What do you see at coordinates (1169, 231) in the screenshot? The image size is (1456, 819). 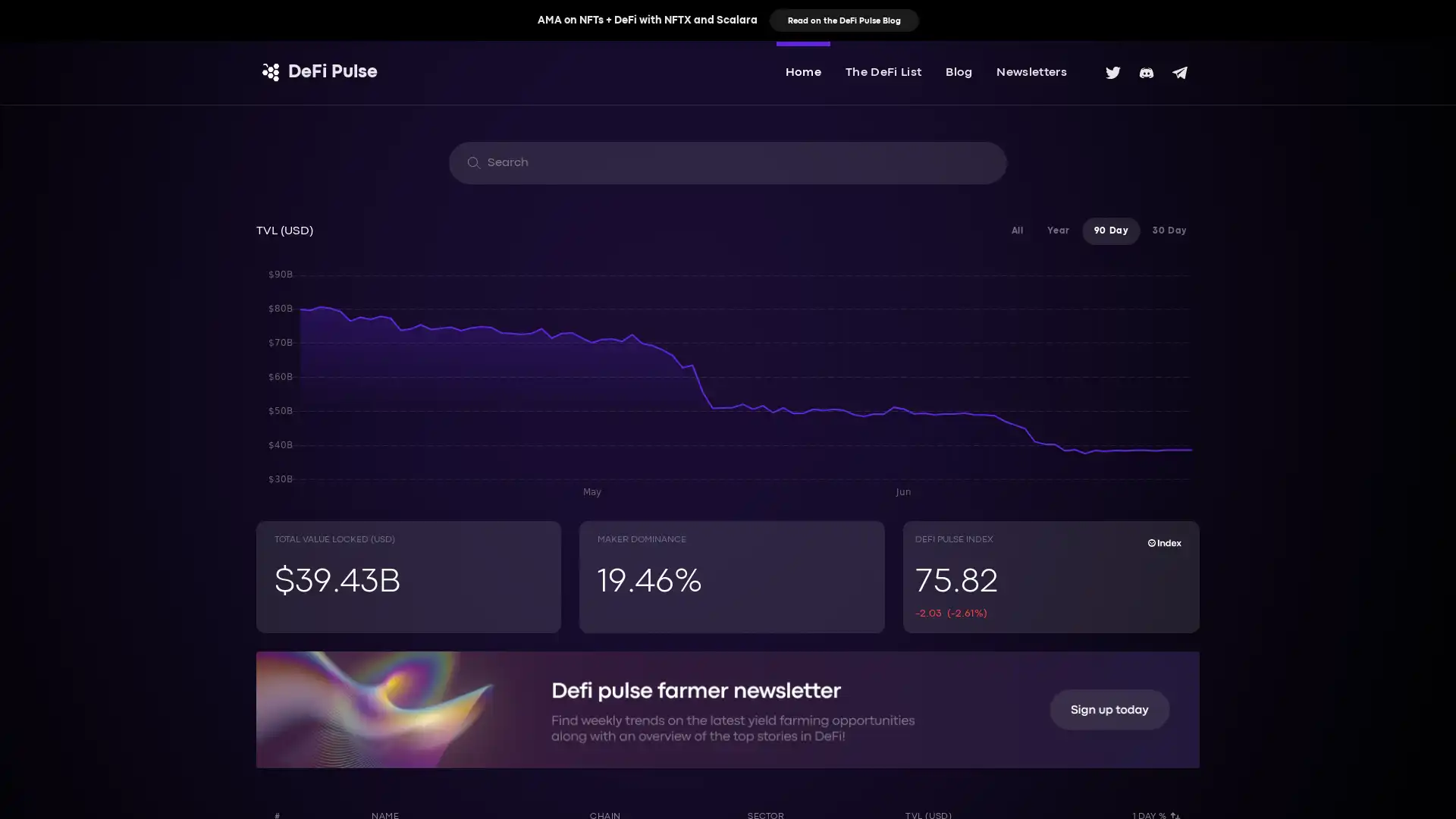 I see `30 Day` at bounding box center [1169, 231].